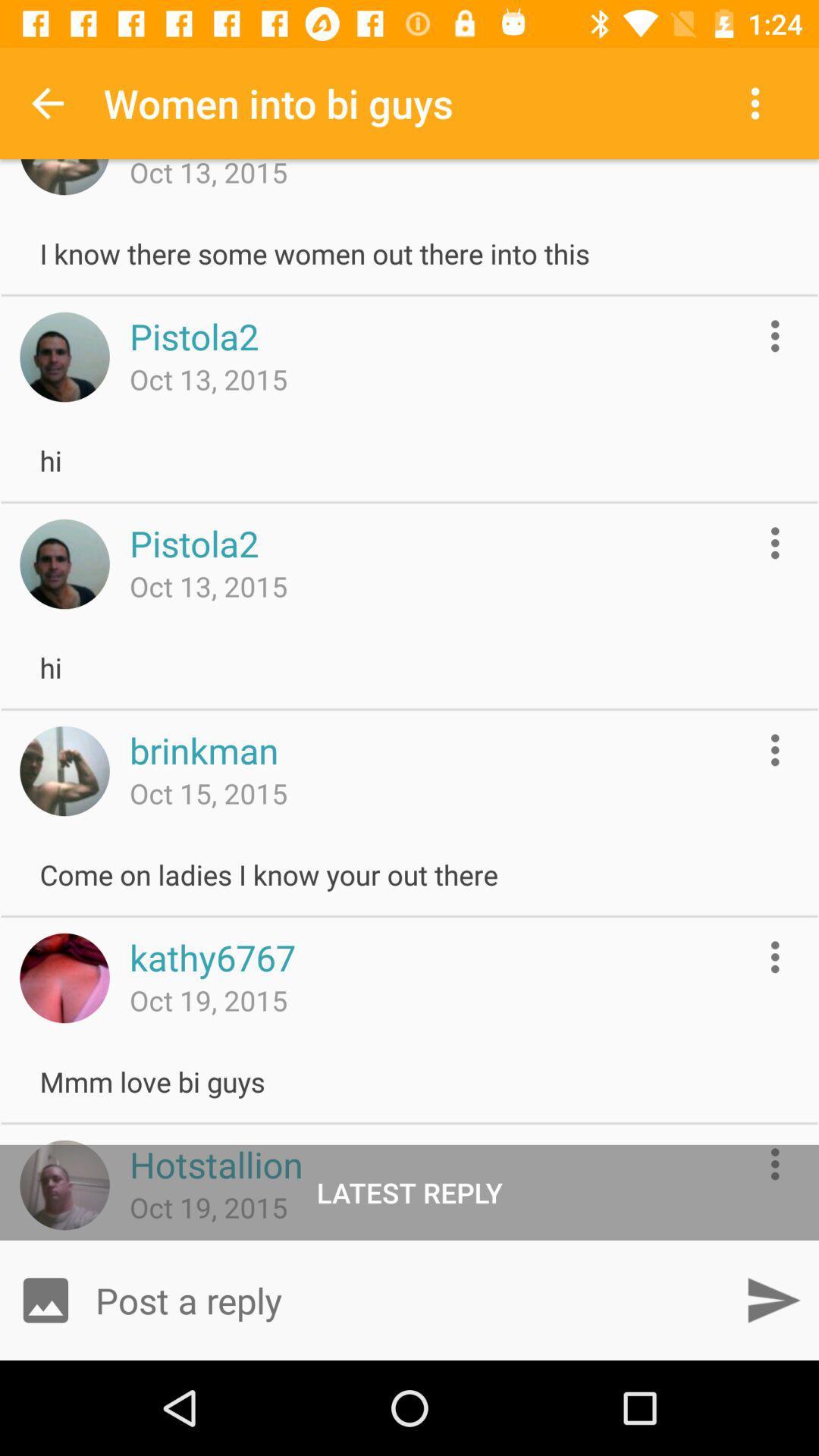 This screenshot has height=1456, width=819. I want to click on connect to user, so click(64, 1185).